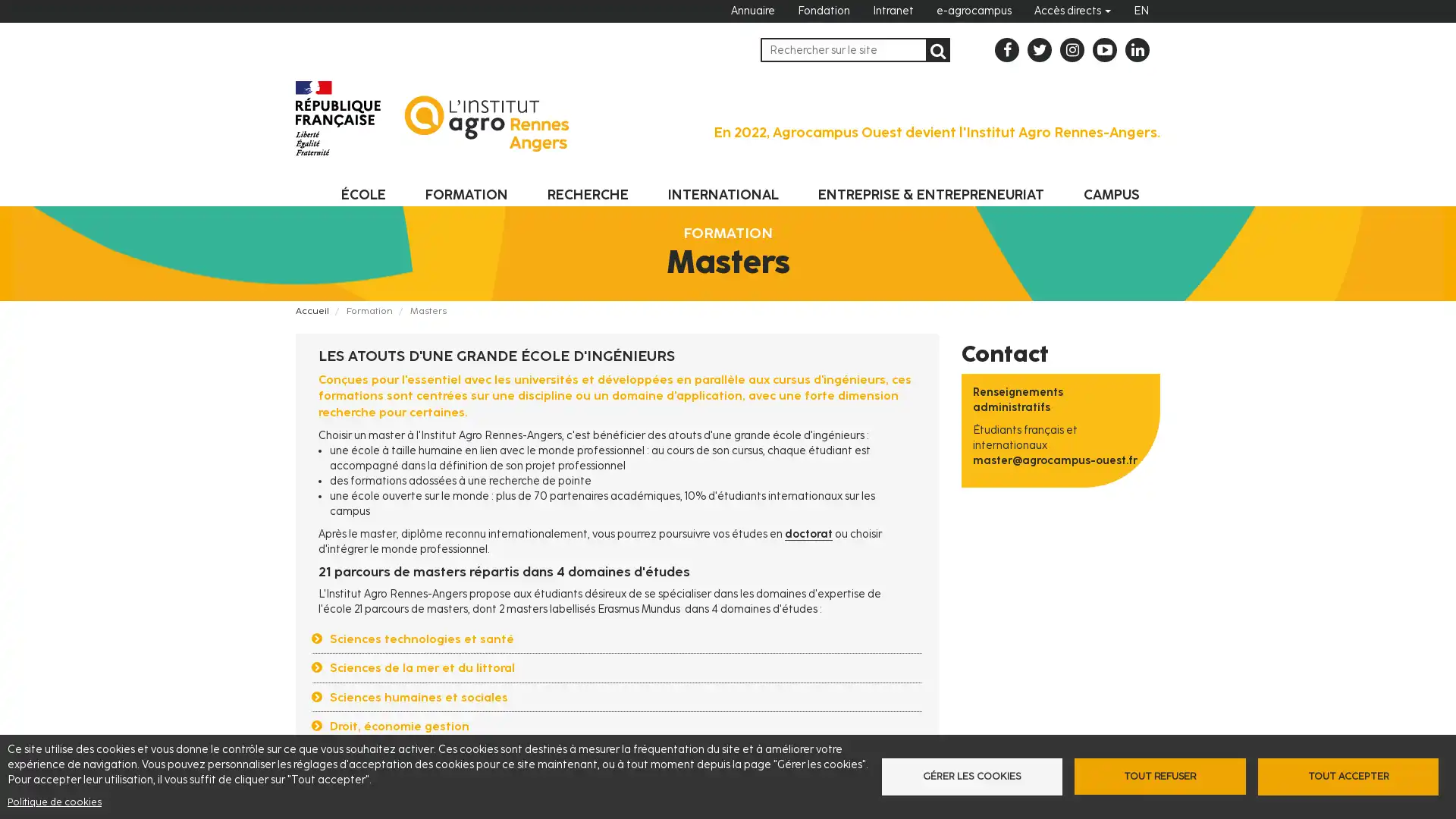 The height and width of the screenshot is (819, 1456). What do you see at coordinates (1343, 776) in the screenshot?
I see `TOUT ACCEPTER` at bounding box center [1343, 776].